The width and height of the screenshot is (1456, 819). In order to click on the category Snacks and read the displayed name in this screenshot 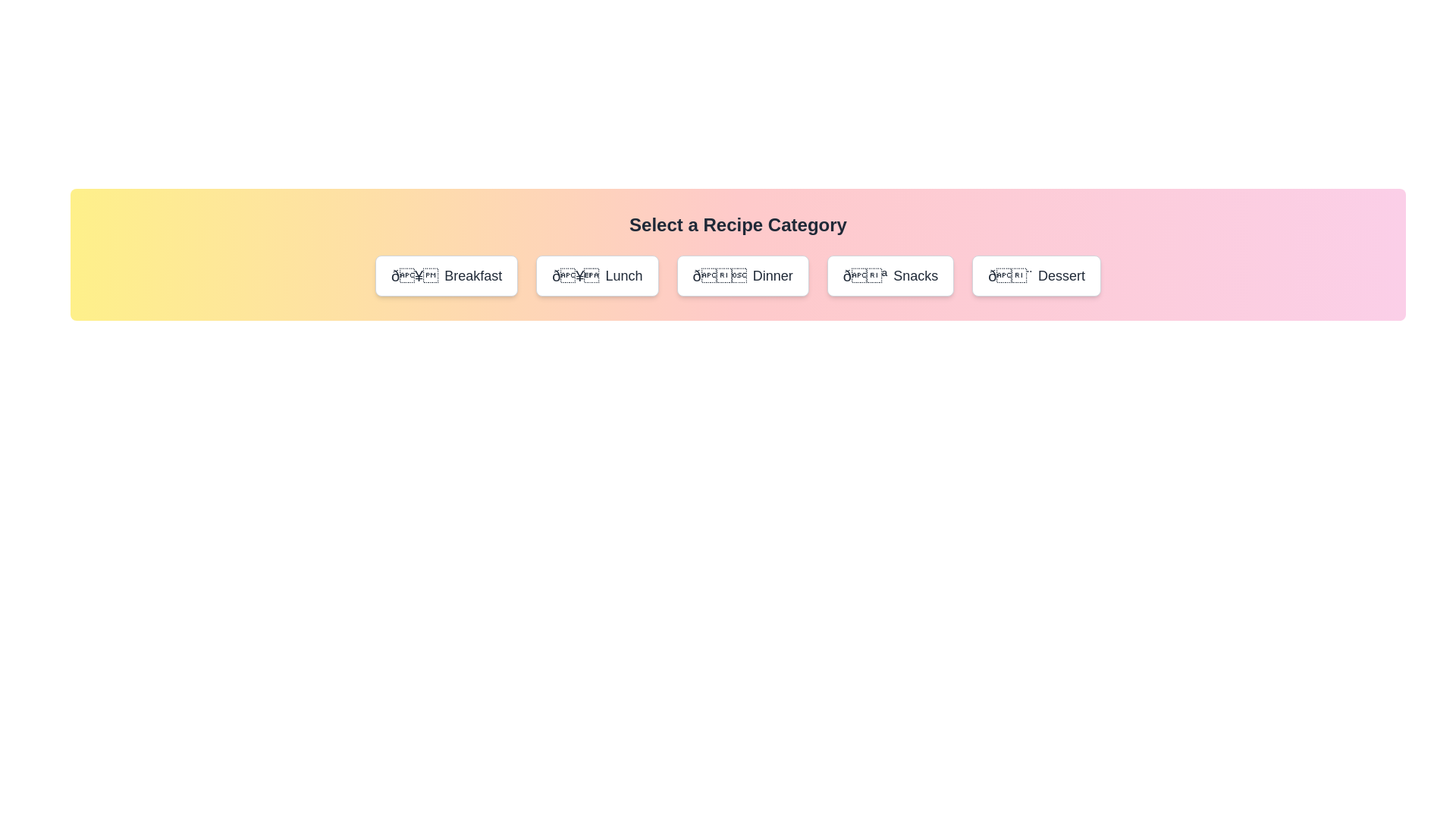, I will do `click(890, 275)`.